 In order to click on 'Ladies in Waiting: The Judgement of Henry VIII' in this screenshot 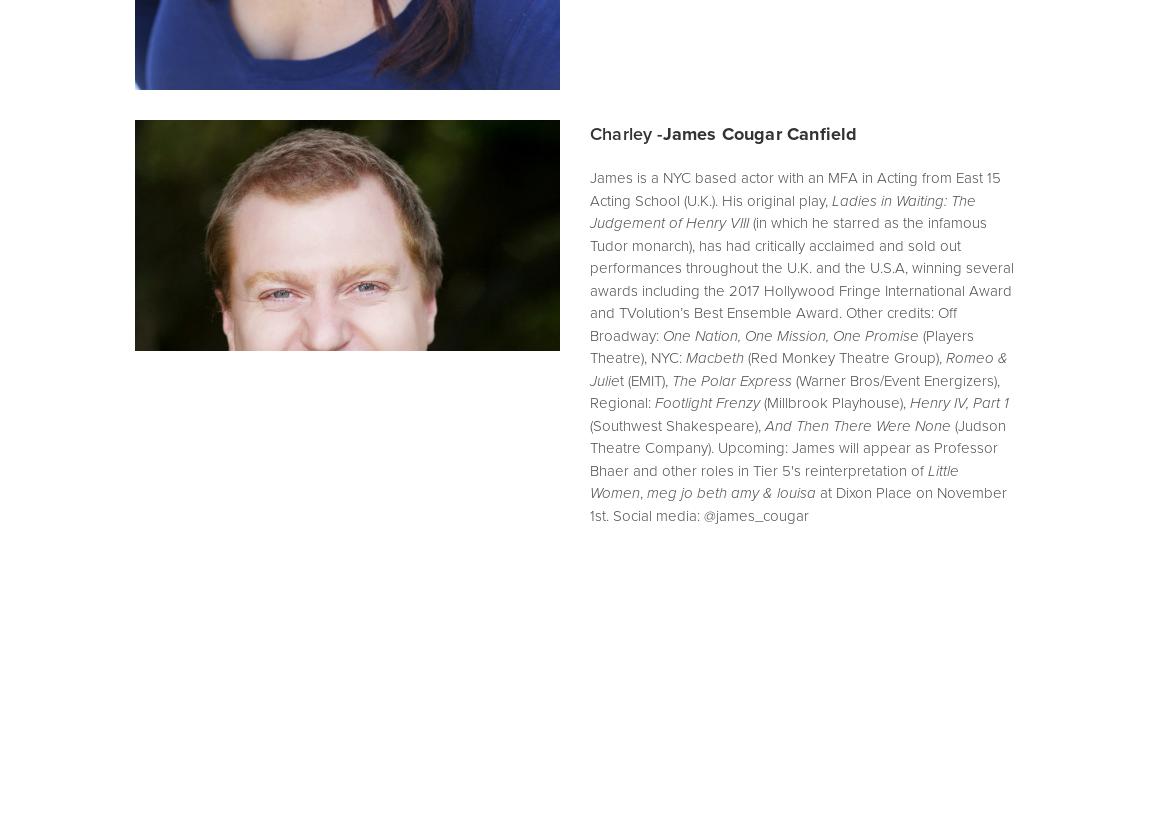, I will do `click(783, 211)`.